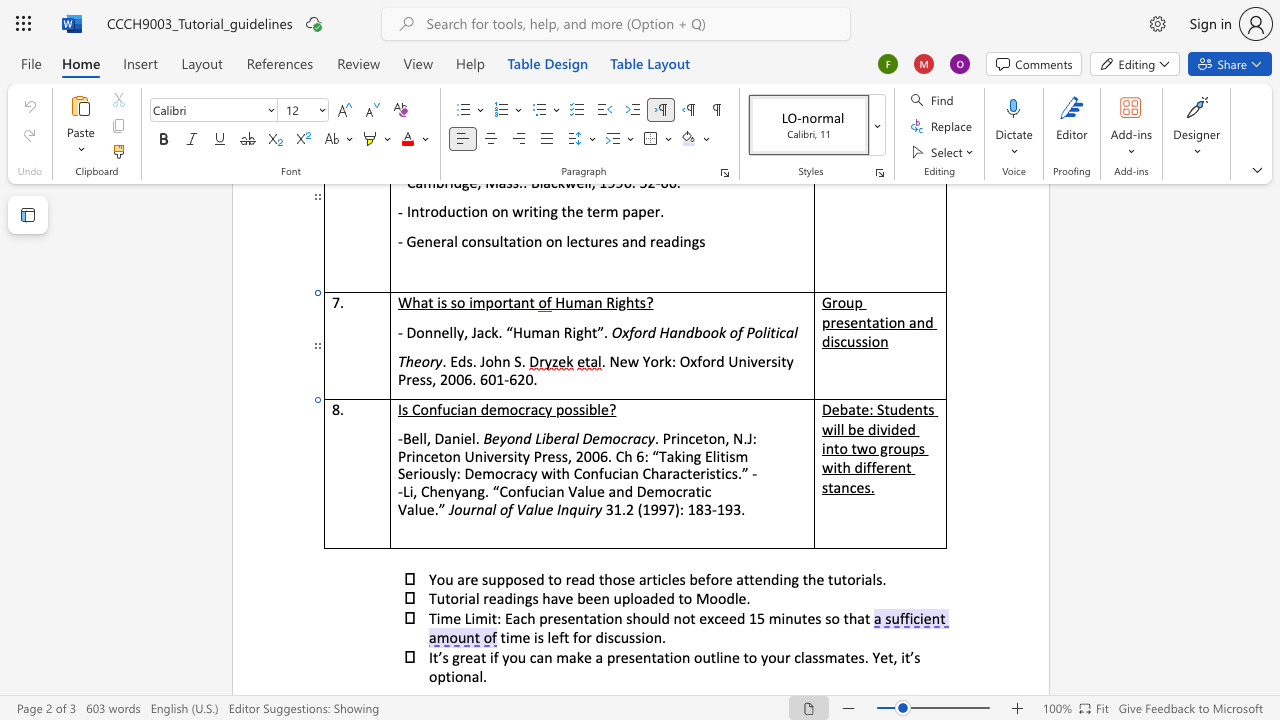  I want to click on the space between the continuous character "b" and "e" in the text, so click(856, 427).